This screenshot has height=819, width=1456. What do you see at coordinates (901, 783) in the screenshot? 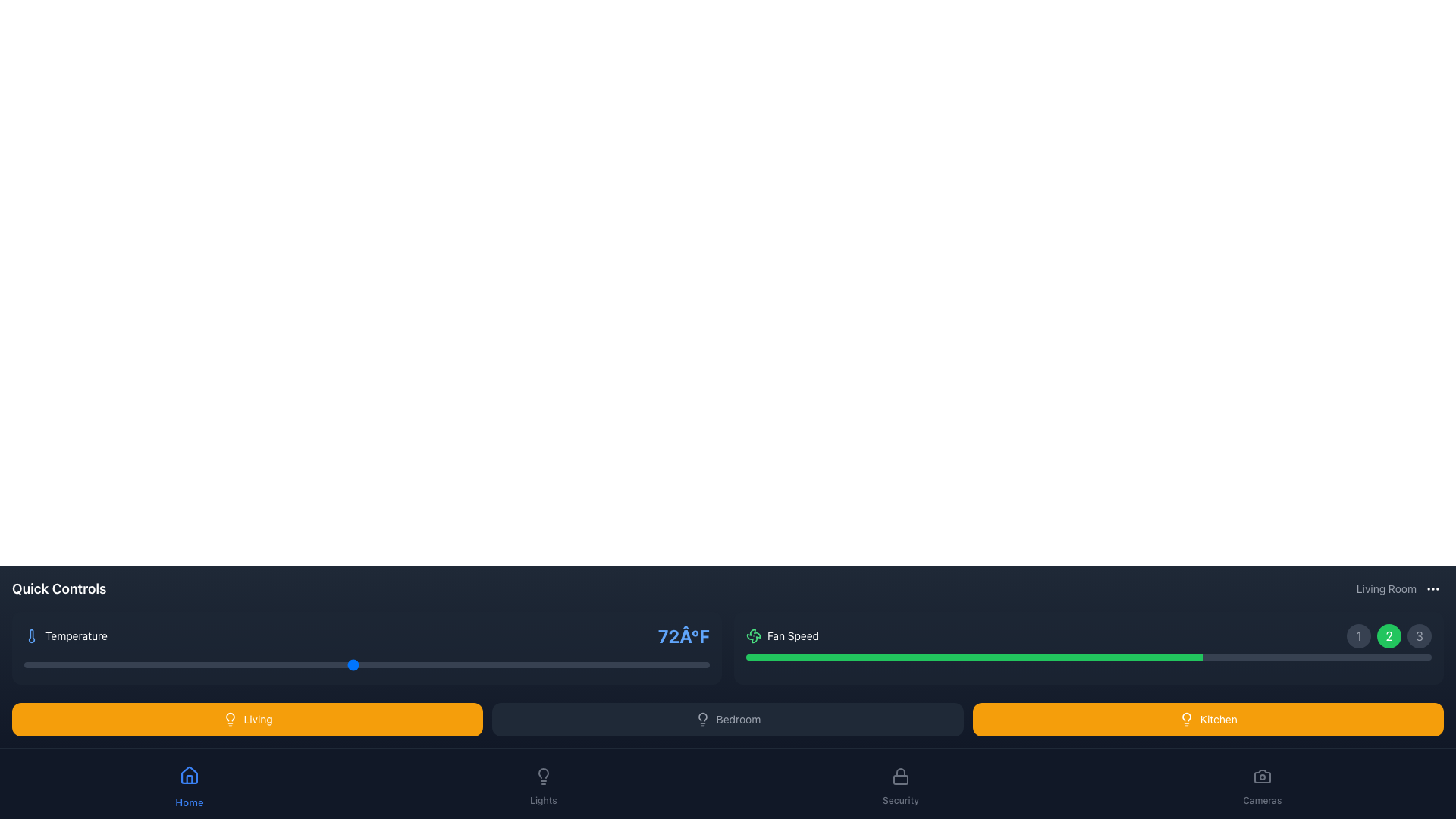
I see `the 'Security' button, which features a lock symbol above the text` at bounding box center [901, 783].